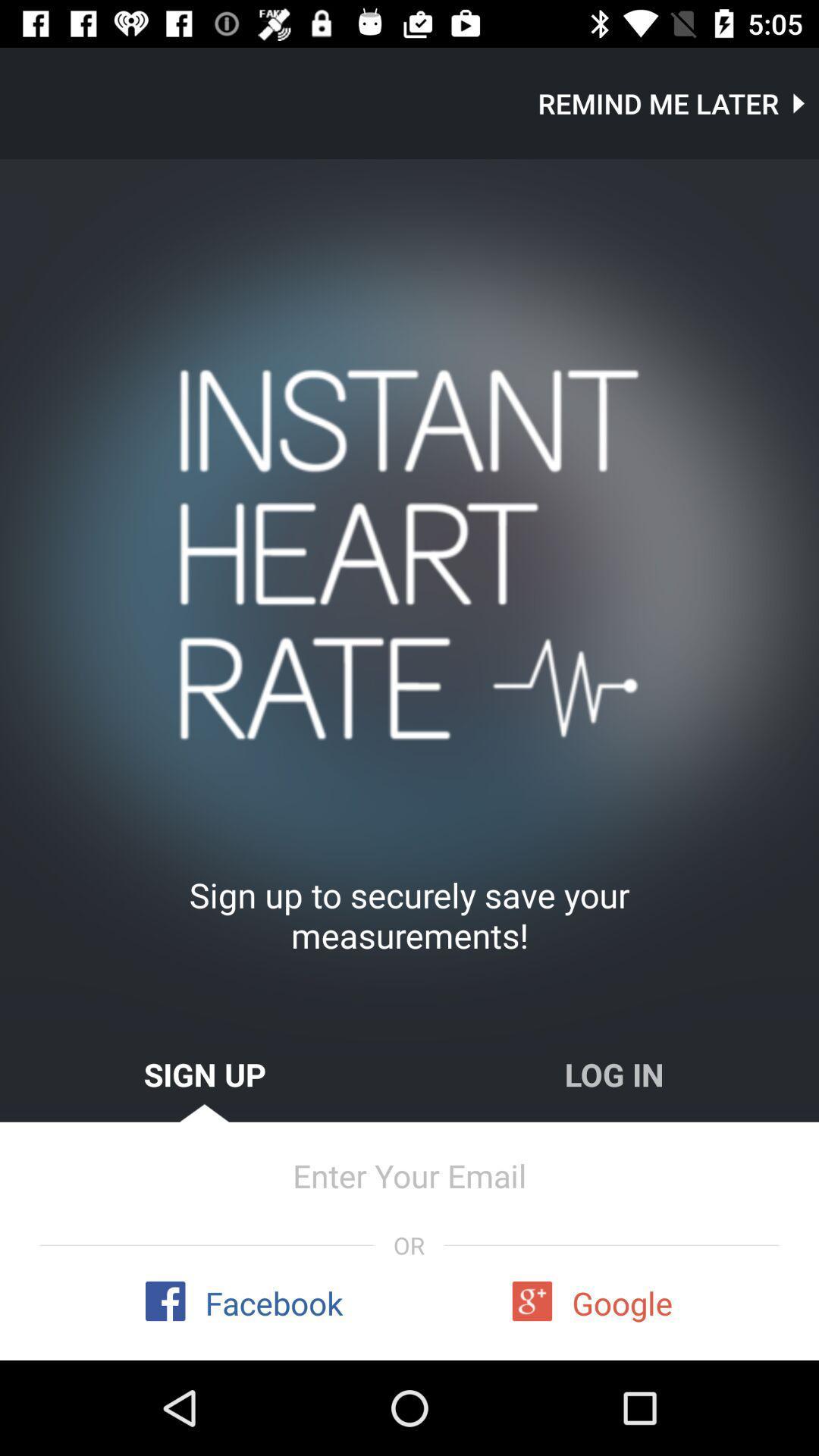 This screenshot has height=1456, width=819. I want to click on the item below the sign up to item, so click(614, 1073).